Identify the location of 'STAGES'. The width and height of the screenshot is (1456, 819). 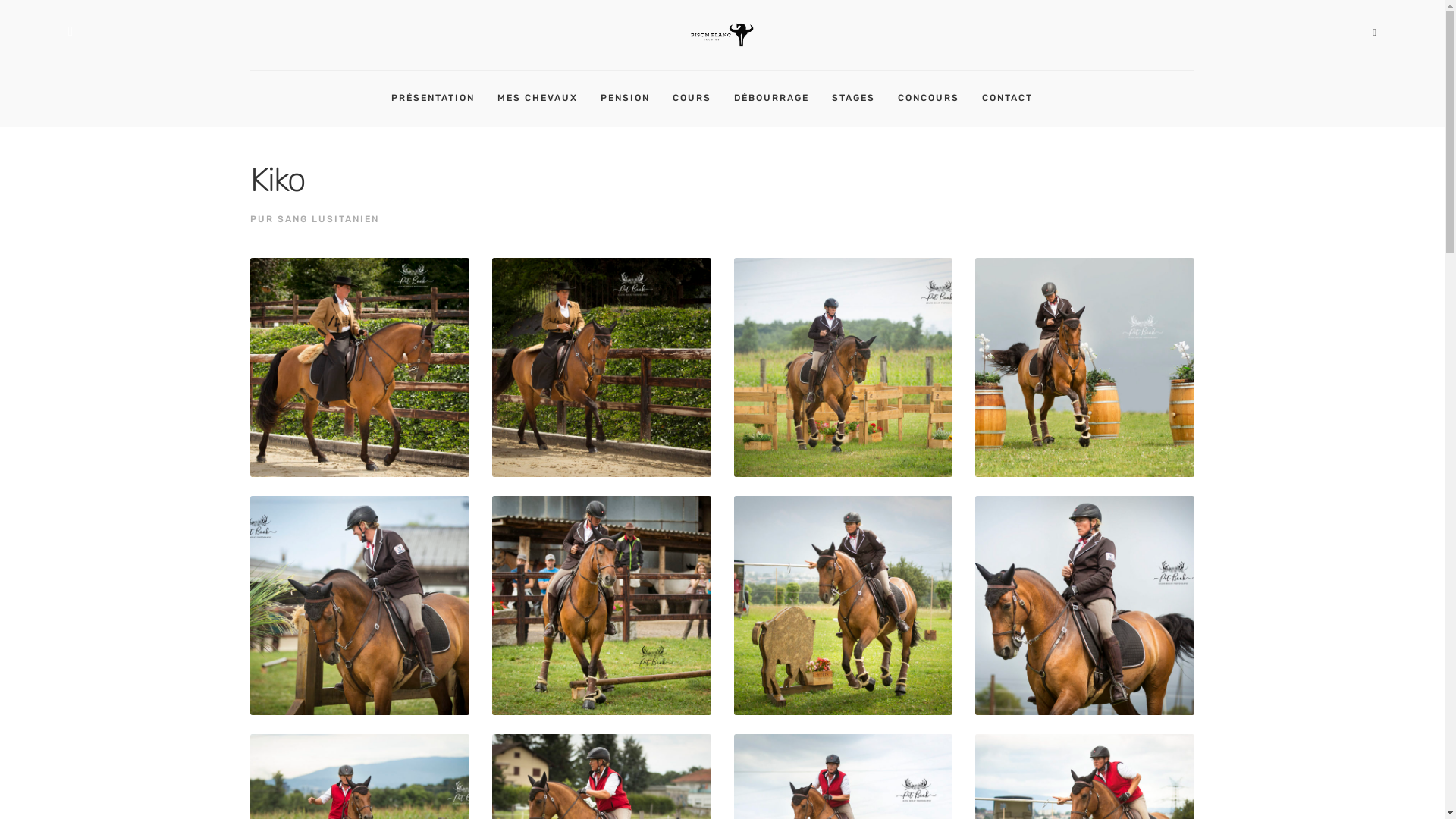
(831, 99).